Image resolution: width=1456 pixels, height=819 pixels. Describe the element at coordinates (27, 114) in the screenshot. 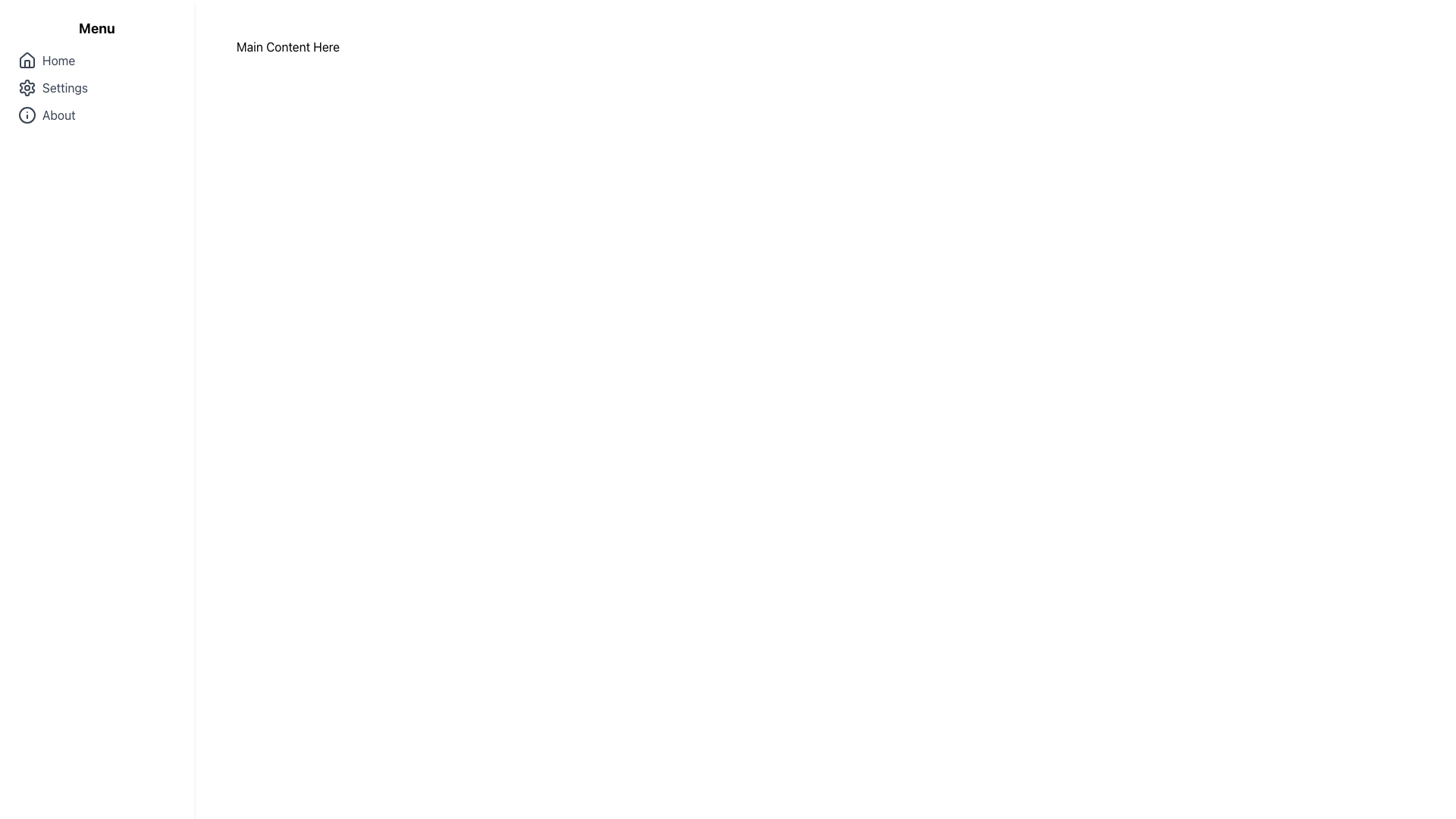

I see `the 'About' icon, which is part of the menu entry indicating informational content, located to the left of the text 'About'` at that location.